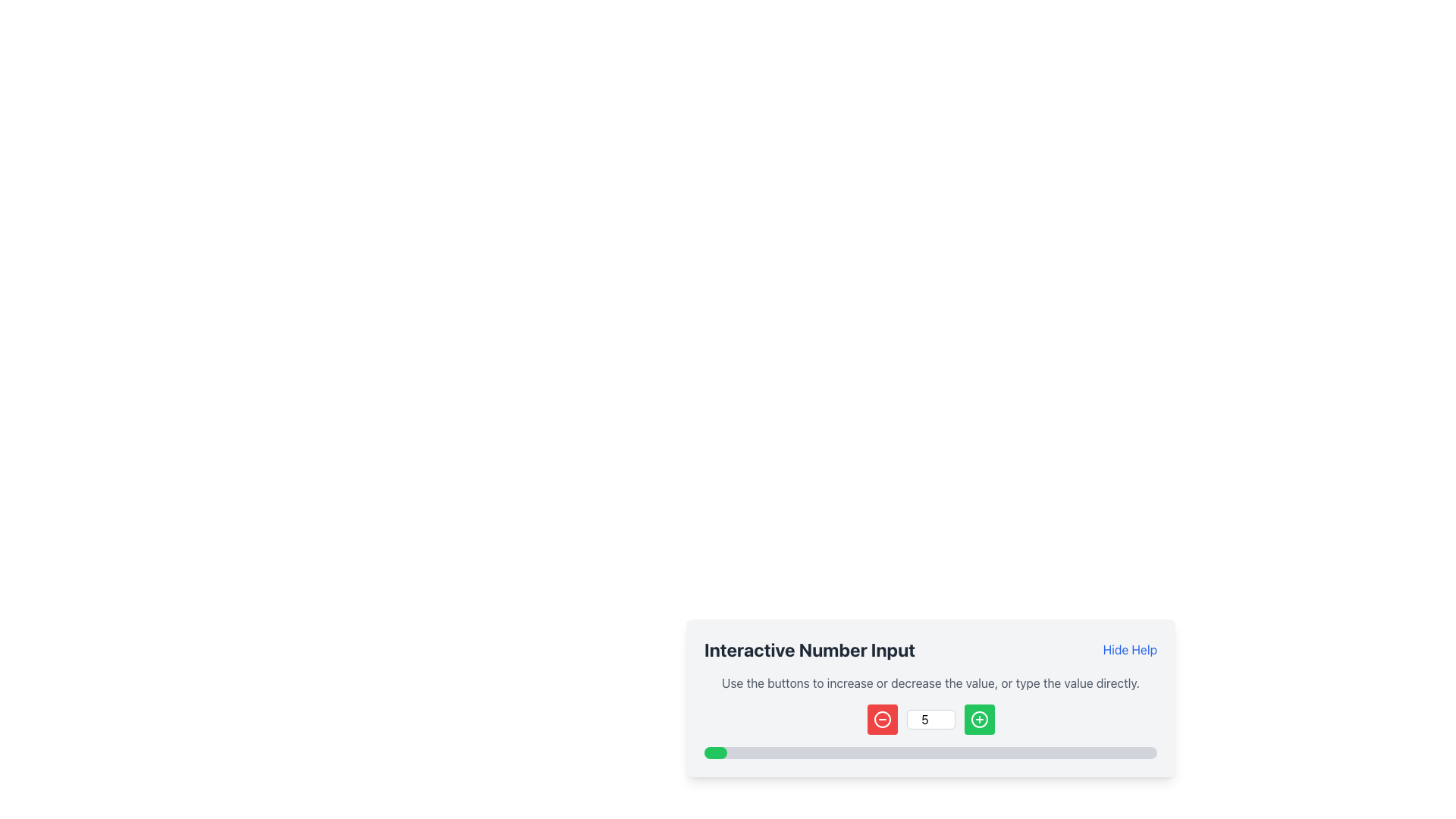 The width and height of the screenshot is (1456, 819). What do you see at coordinates (714, 752) in the screenshot?
I see `the thin, green progress bar segment located at the left end of the horizontal gray progress bar near the bottom of the interface` at bounding box center [714, 752].